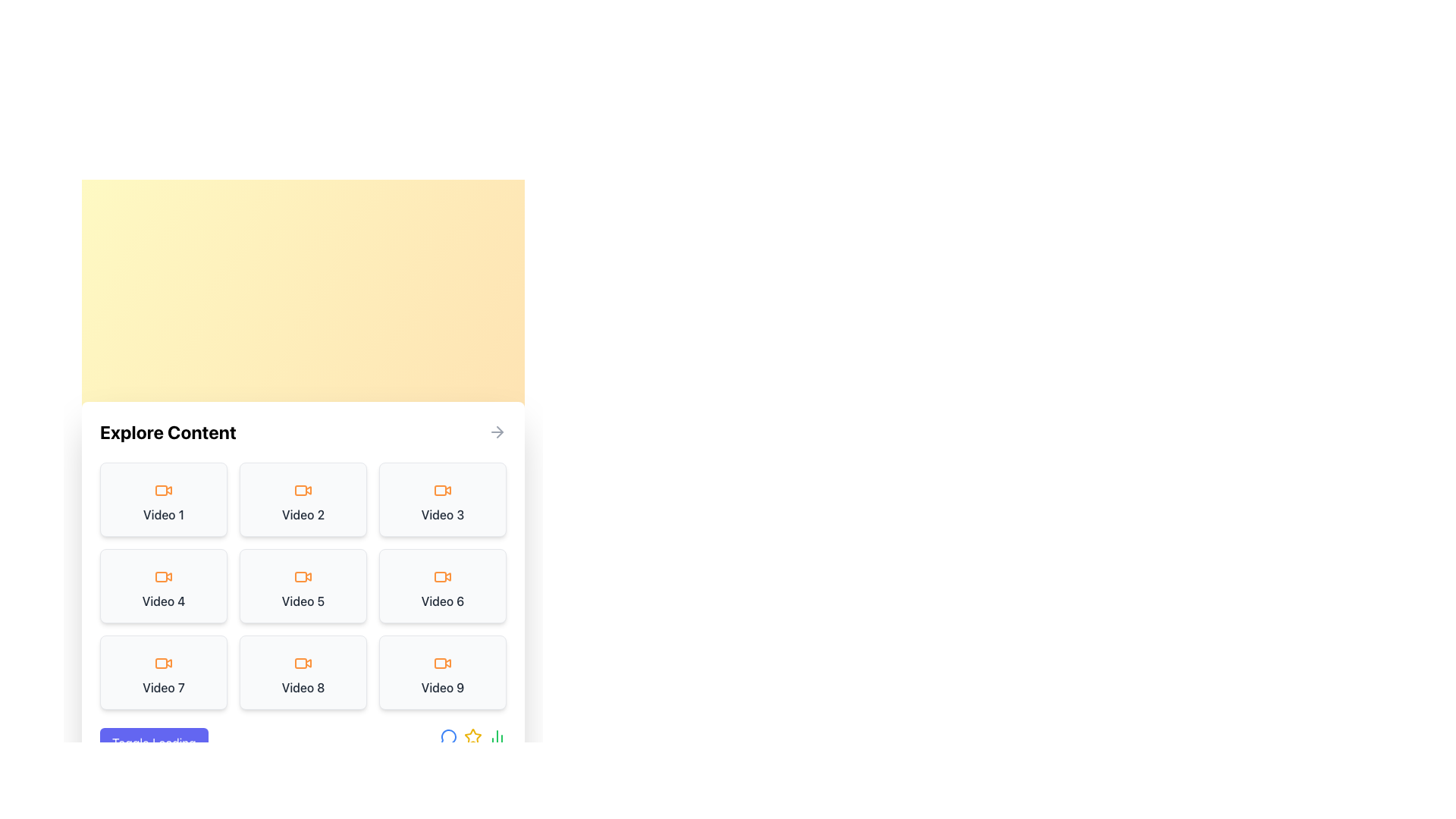 The width and height of the screenshot is (1456, 819). What do you see at coordinates (472, 736) in the screenshot?
I see `the star icon with an outer yellow border and a hollow center located at the bottom-right corner of the content area` at bounding box center [472, 736].